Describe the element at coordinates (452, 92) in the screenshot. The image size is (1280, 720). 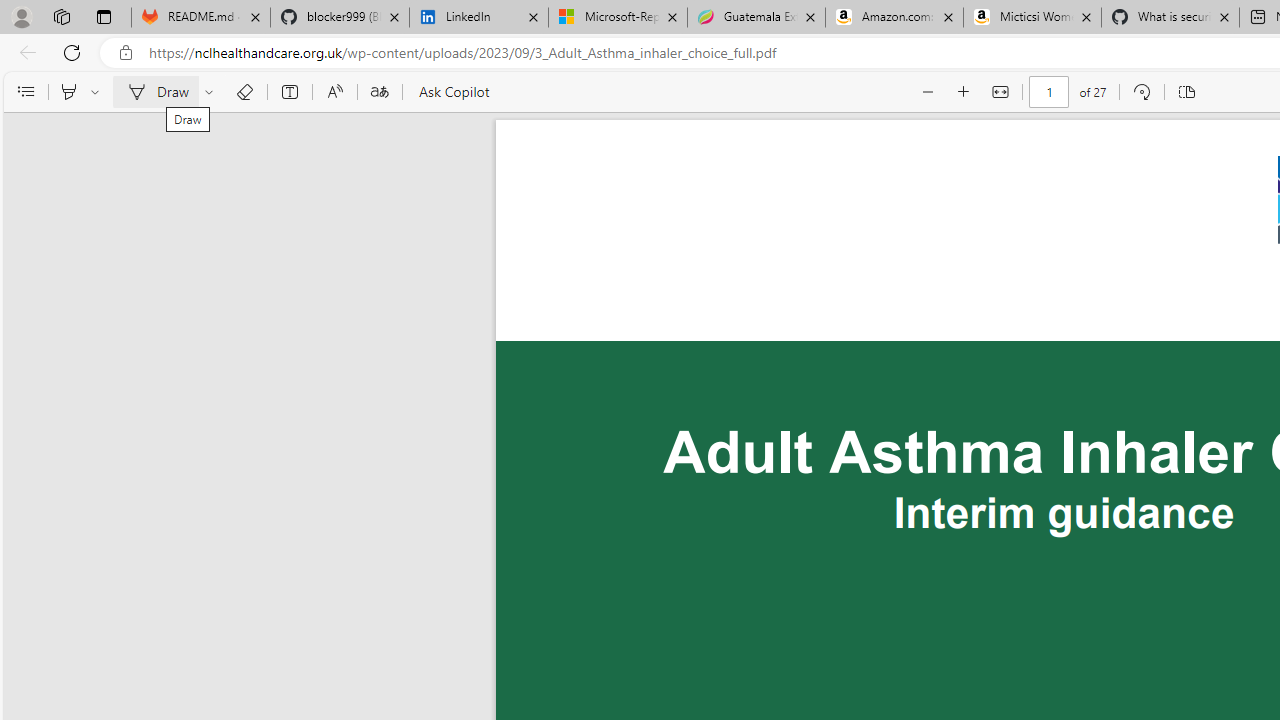
I see `'Ask Copilot'` at that location.